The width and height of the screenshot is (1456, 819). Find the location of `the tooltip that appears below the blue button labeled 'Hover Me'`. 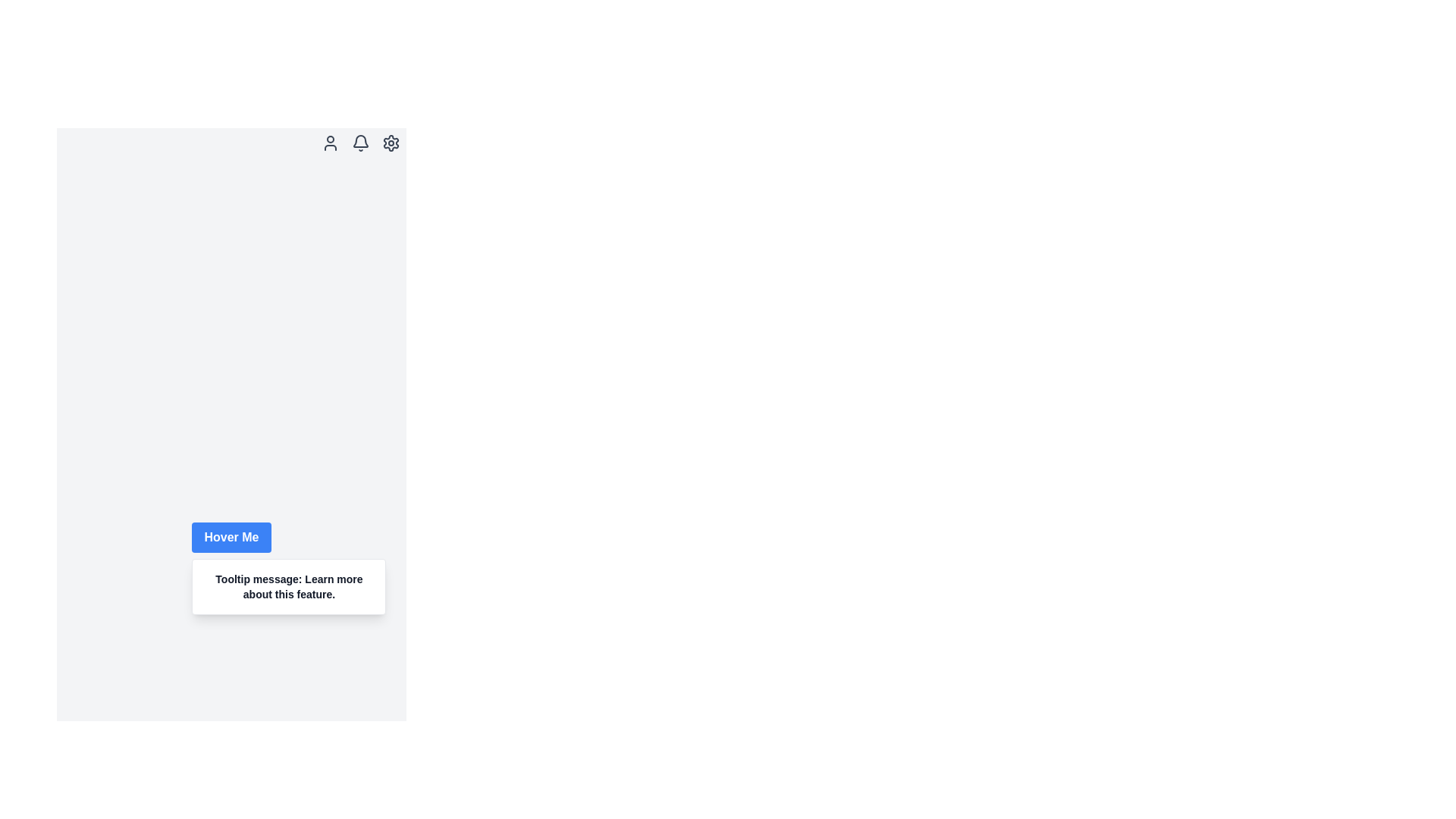

the tooltip that appears below the blue button labeled 'Hover Me' is located at coordinates (289, 586).